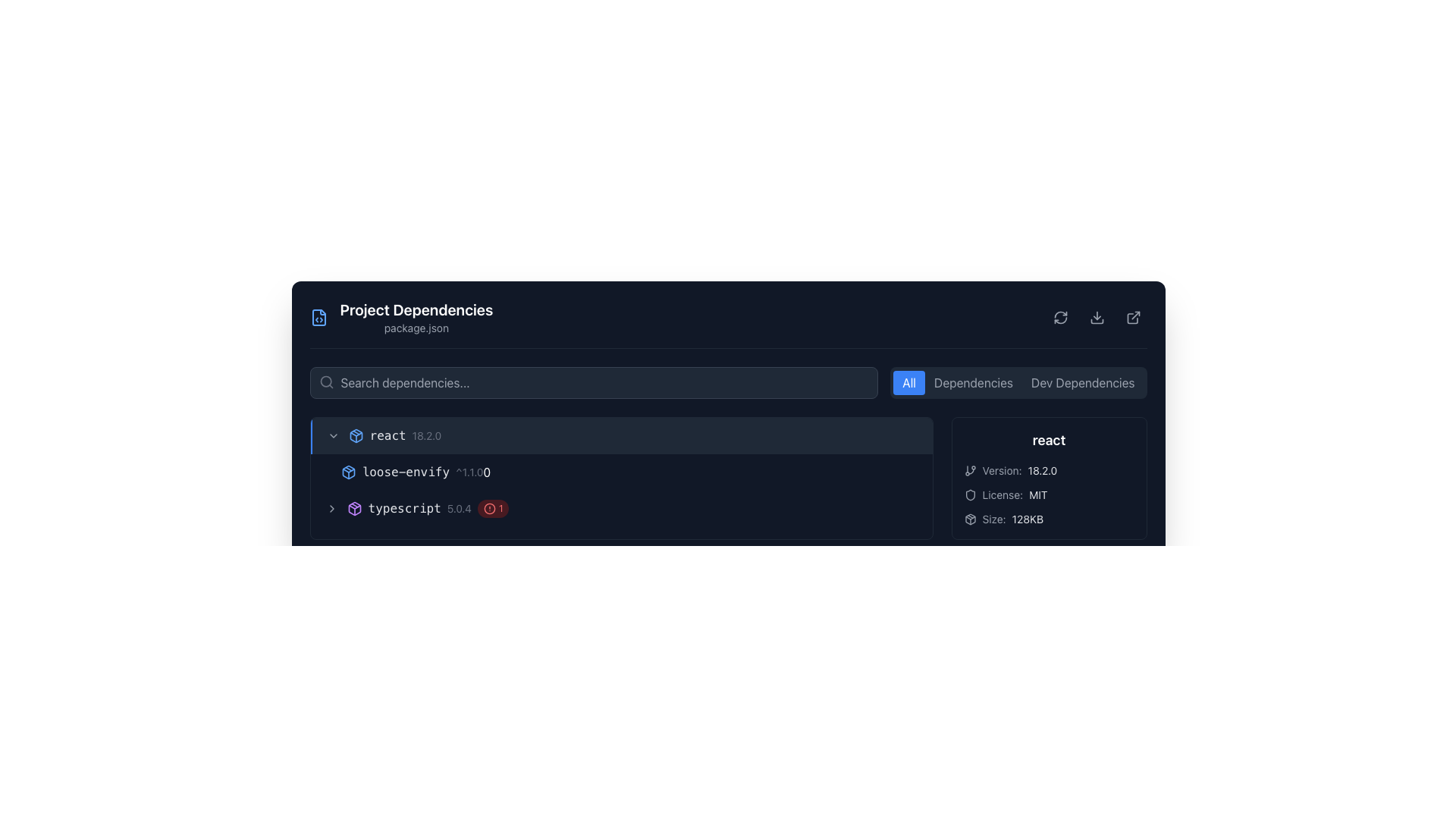  What do you see at coordinates (331, 509) in the screenshot?
I see `the Chevron icon button located to the right of the text 'react' in the list of dependencies` at bounding box center [331, 509].